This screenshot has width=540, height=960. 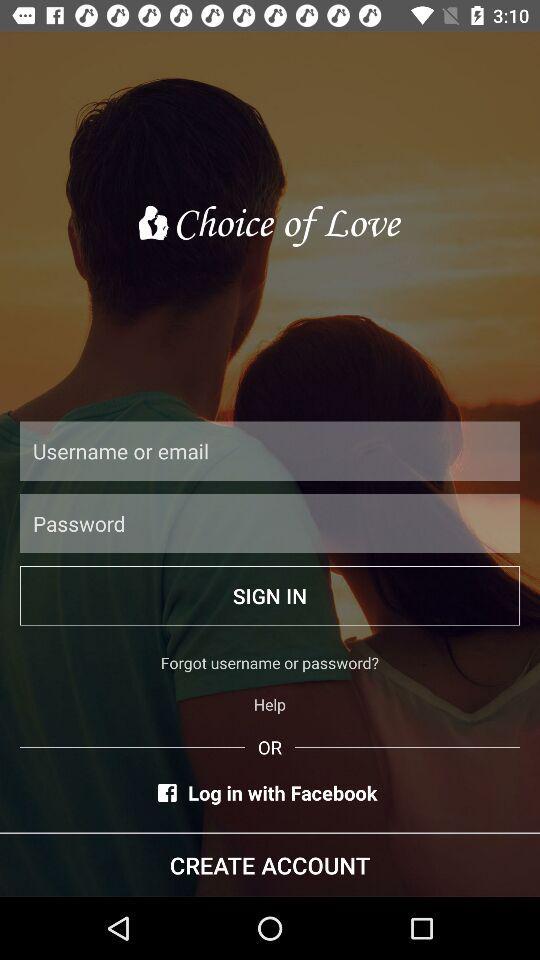 I want to click on text box, so click(x=270, y=451).